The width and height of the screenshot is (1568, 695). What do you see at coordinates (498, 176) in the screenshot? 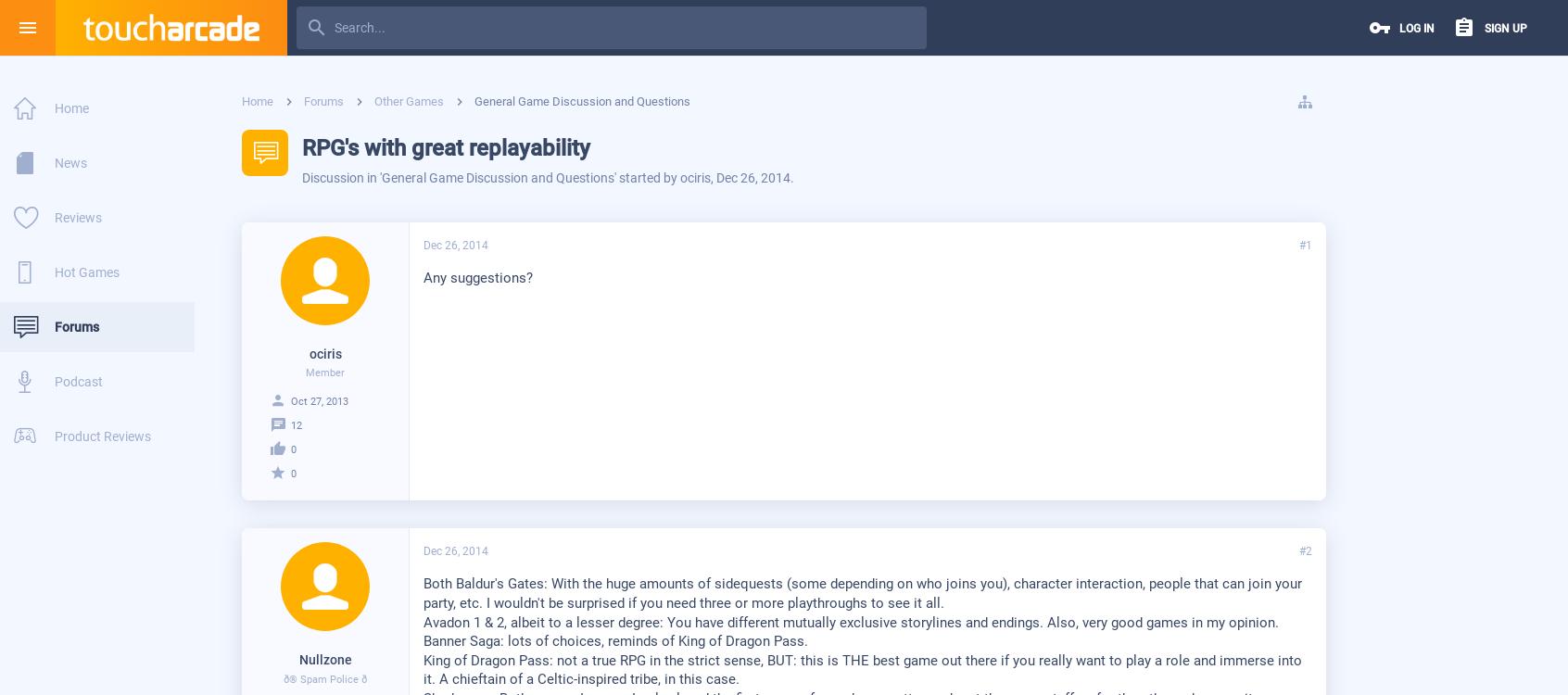
I see `'General Game Discussion and Questions'` at bounding box center [498, 176].